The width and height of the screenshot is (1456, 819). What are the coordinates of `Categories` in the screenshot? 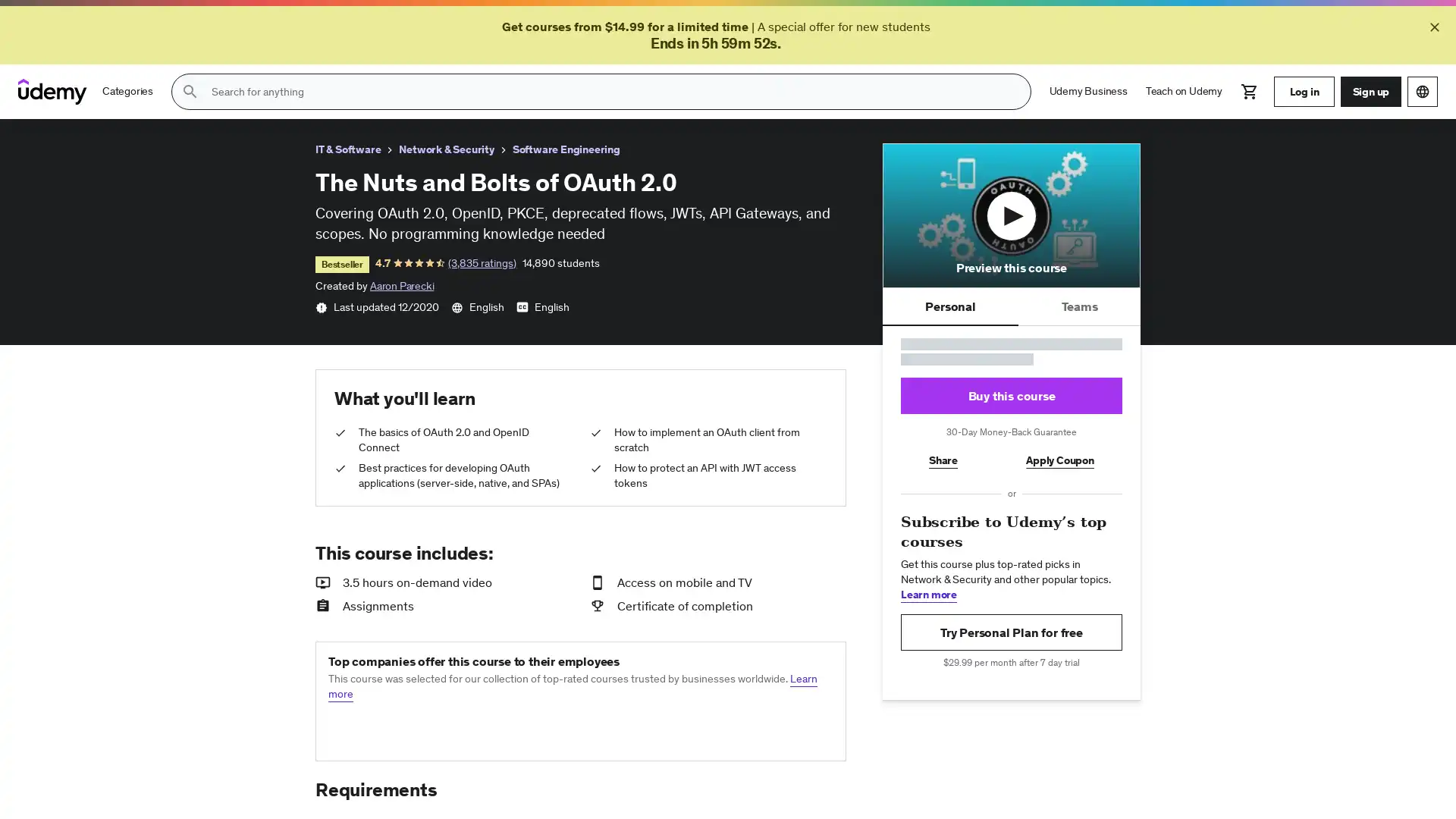 It's located at (127, 91).